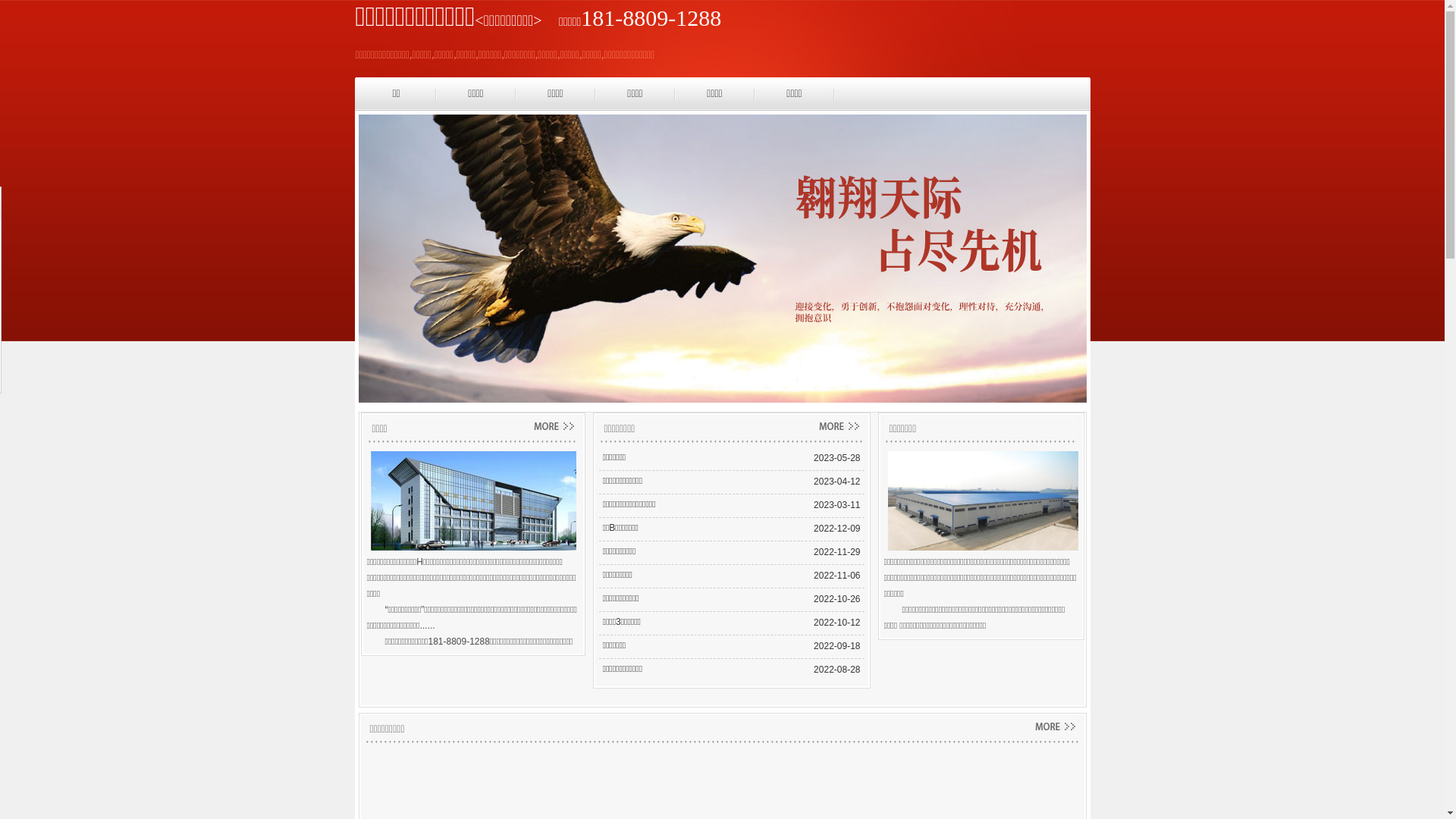 The height and width of the screenshot is (819, 1456). I want to click on '2023-04-12', so click(836, 482).